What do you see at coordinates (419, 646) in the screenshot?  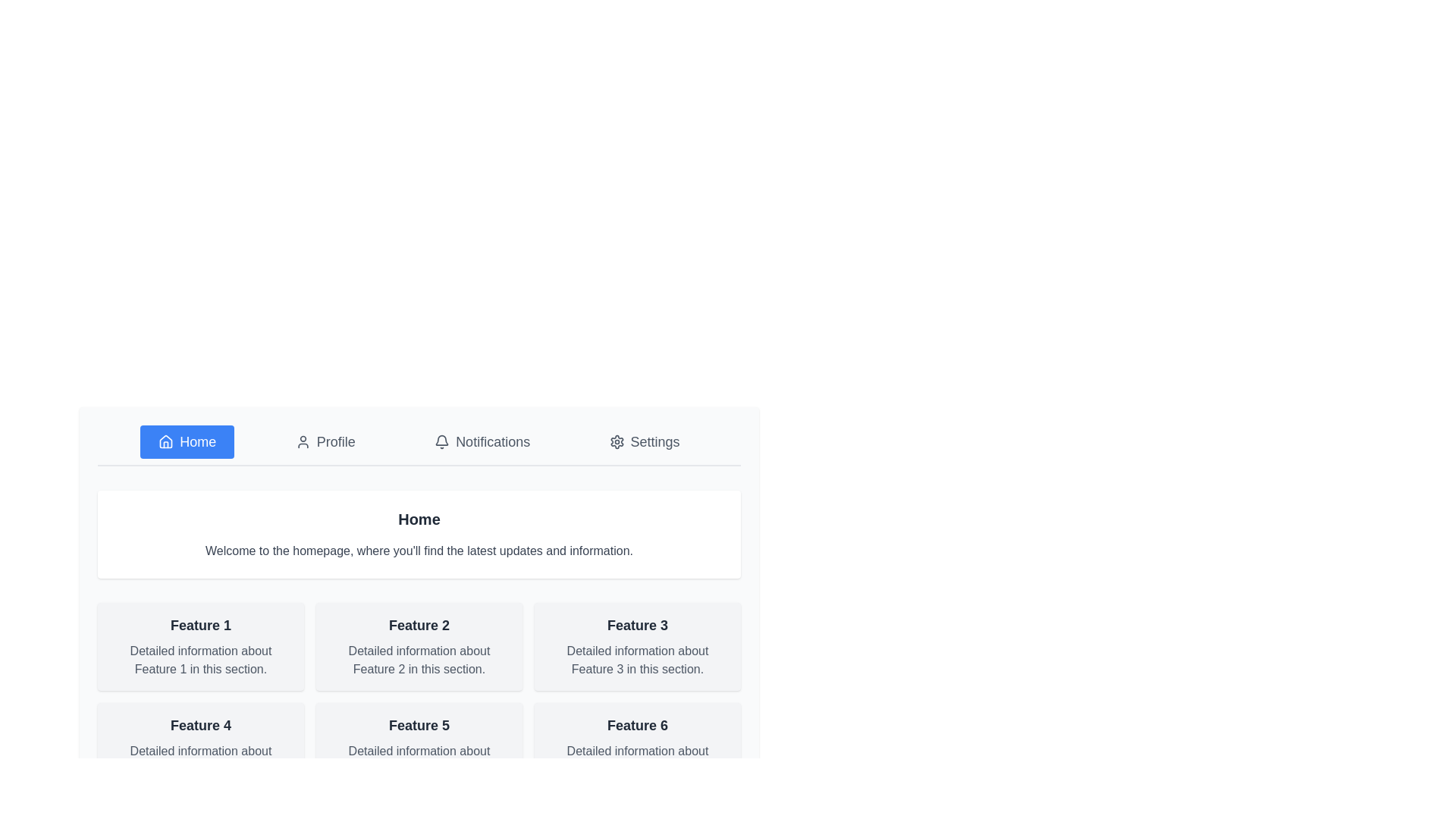 I see `the informational card labeled 'Feature 2', which is the second card in the top row of a grid layout` at bounding box center [419, 646].